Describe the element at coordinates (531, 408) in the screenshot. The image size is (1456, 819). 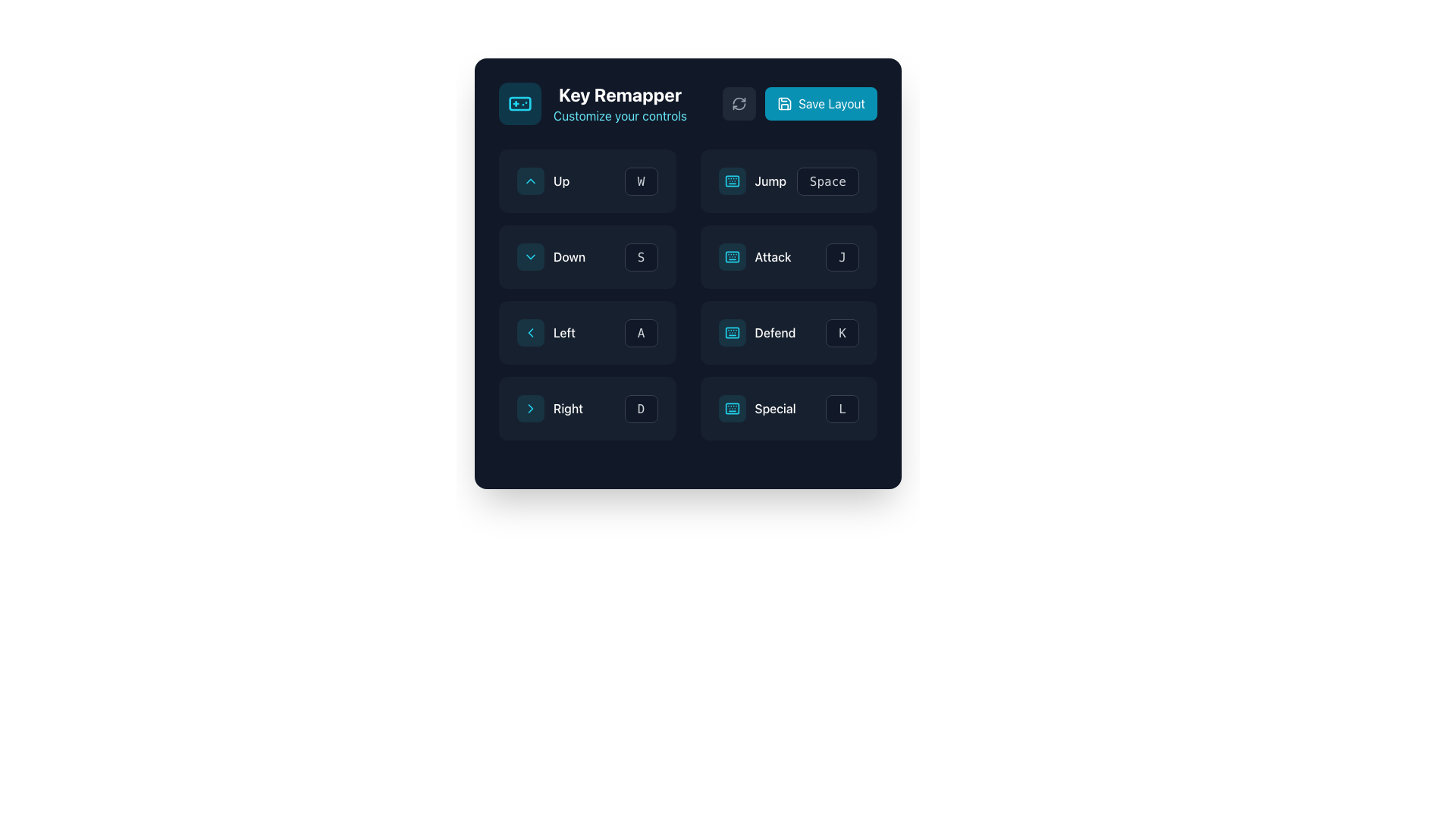
I see `the cyan chevron icon located to the left of the 'Right' text and above the 'D' key label in the bottom-left region of the interface` at that location.